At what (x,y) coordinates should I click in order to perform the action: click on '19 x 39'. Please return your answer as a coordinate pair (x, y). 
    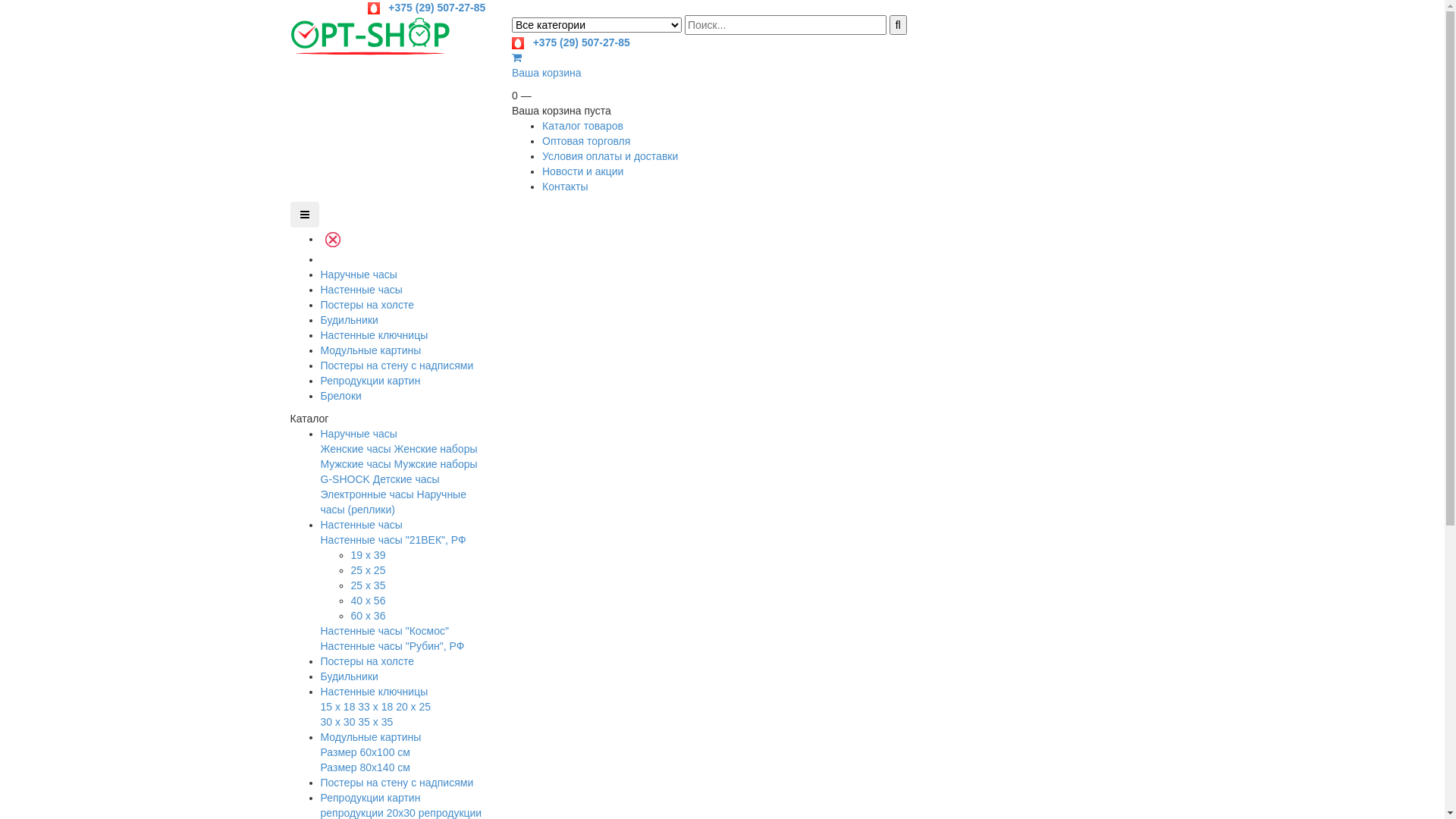
    Looking at the image, I should click on (367, 555).